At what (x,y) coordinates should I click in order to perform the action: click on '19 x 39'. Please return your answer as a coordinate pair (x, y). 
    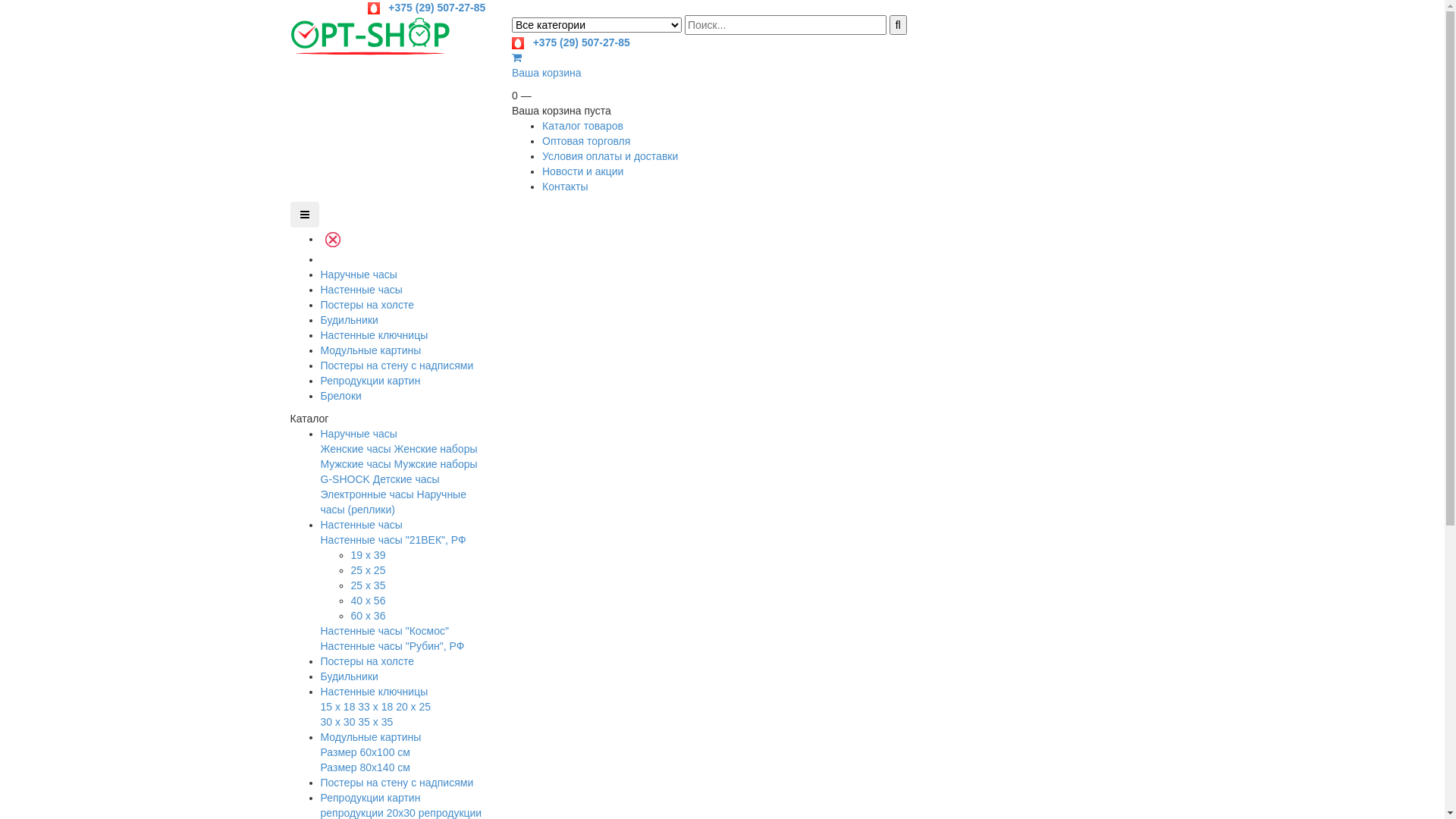
    Looking at the image, I should click on (367, 555).